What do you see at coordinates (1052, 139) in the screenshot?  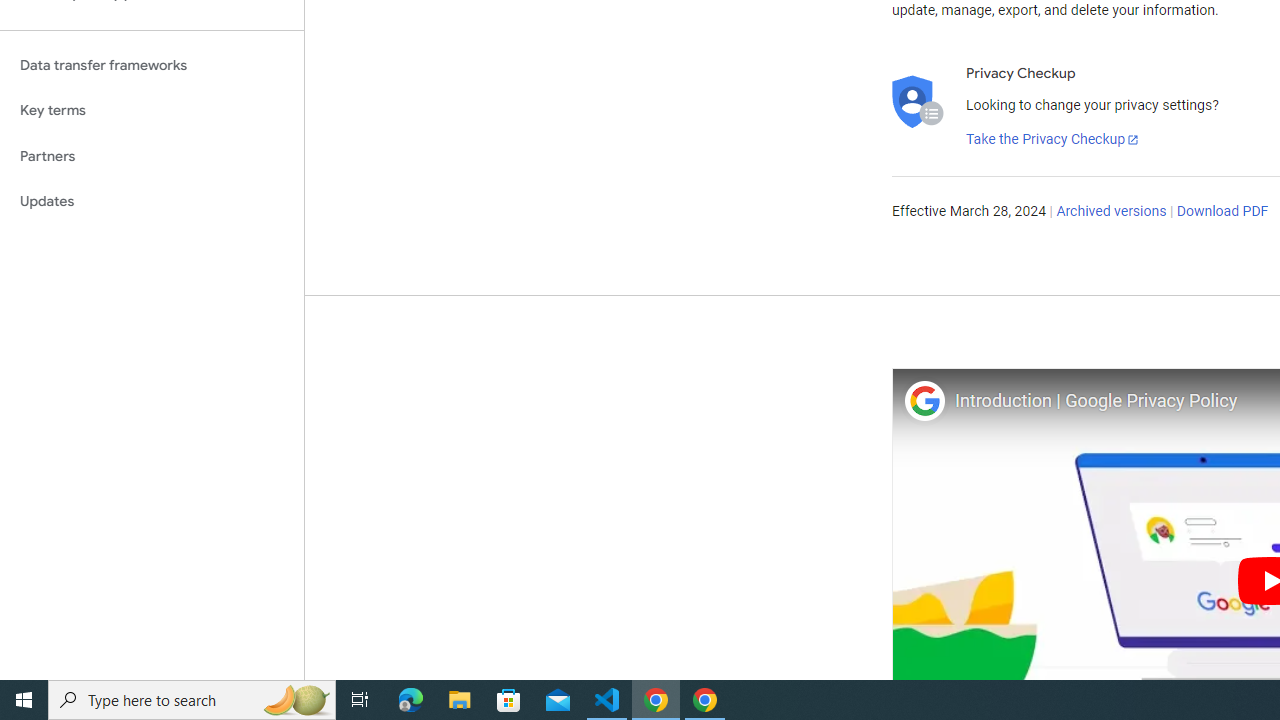 I see `'Take the Privacy Checkup'` at bounding box center [1052, 139].